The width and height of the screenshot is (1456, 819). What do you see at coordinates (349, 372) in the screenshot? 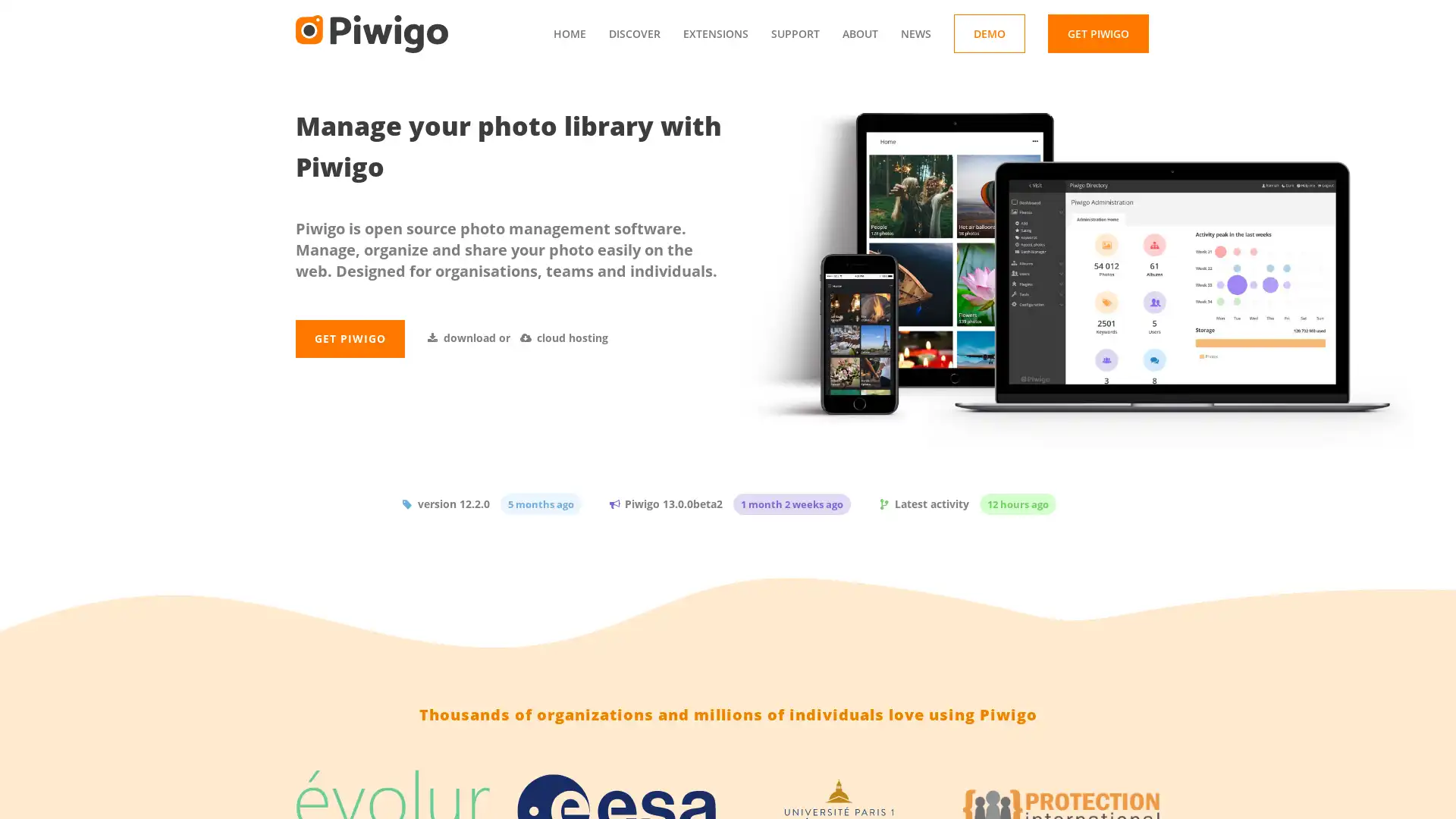
I see `GET PIWIGO` at bounding box center [349, 372].